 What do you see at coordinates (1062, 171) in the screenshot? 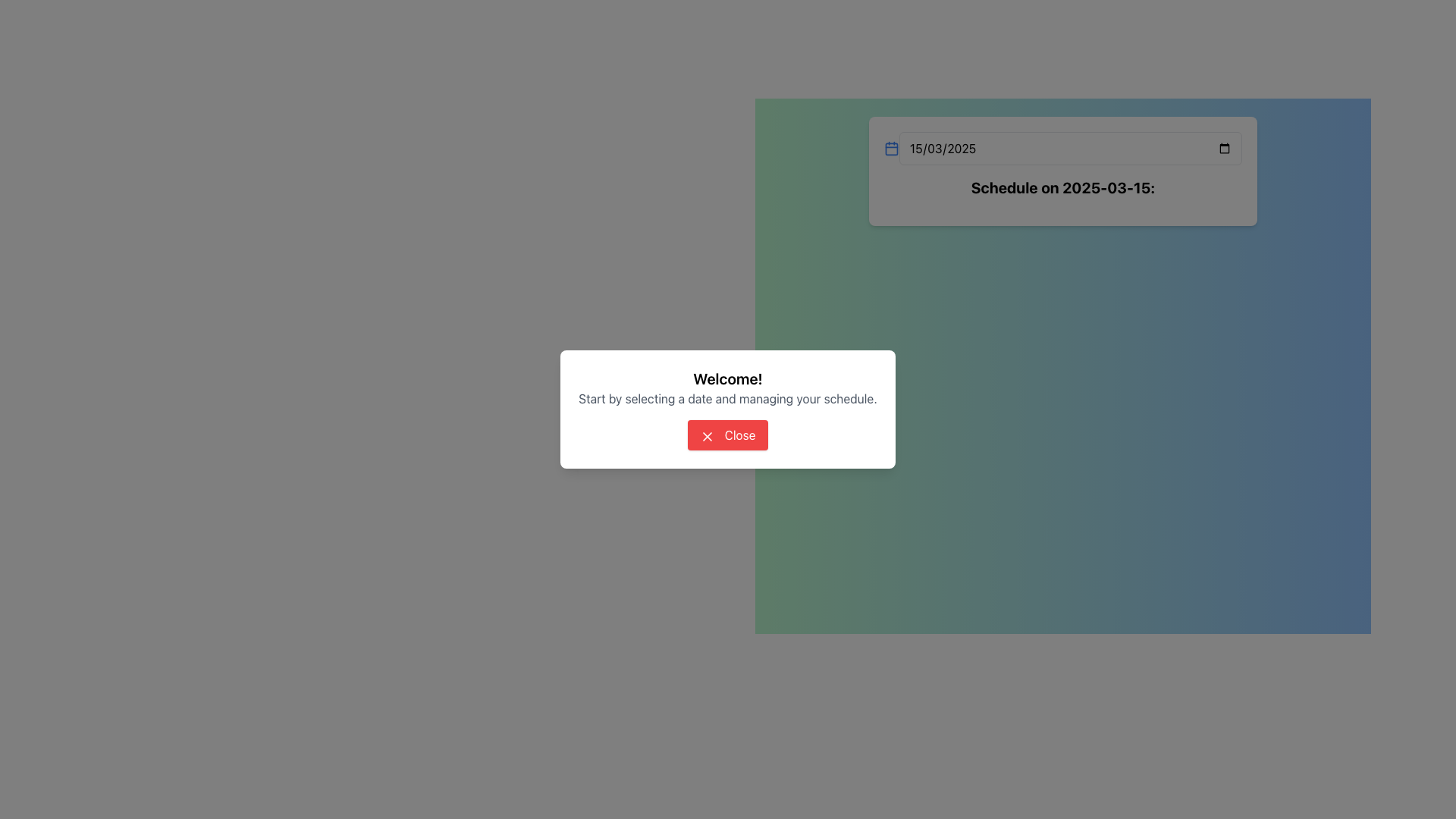
I see `the displayed date and header text by clicking on the card with the bold header 'Schedule on 2025-03-15:' located in the upper-central area of the interface` at bounding box center [1062, 171].